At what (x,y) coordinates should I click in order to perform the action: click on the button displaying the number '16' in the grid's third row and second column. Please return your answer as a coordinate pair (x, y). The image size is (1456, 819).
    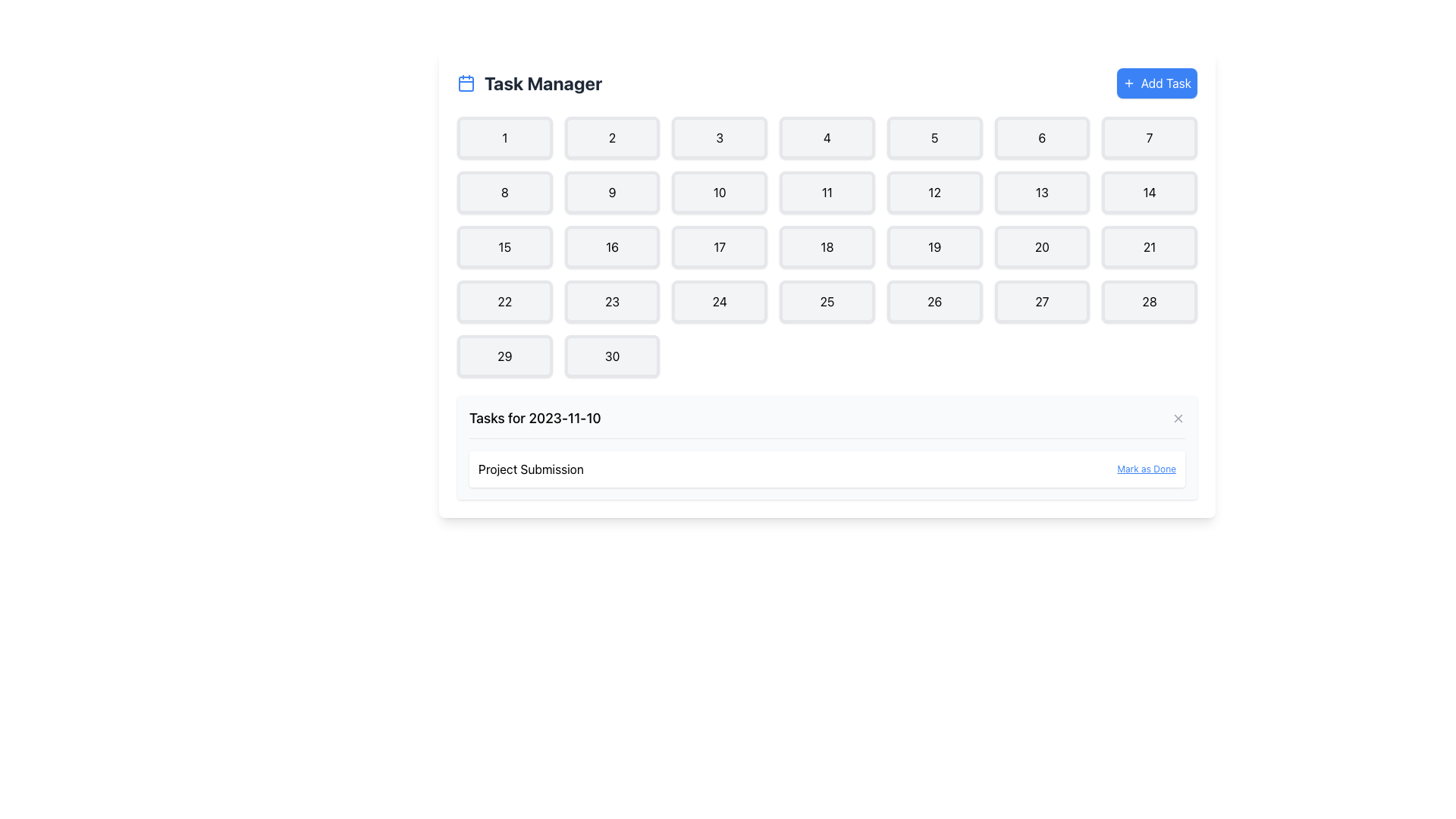
    Looking at the image, I should click on (612, 246).